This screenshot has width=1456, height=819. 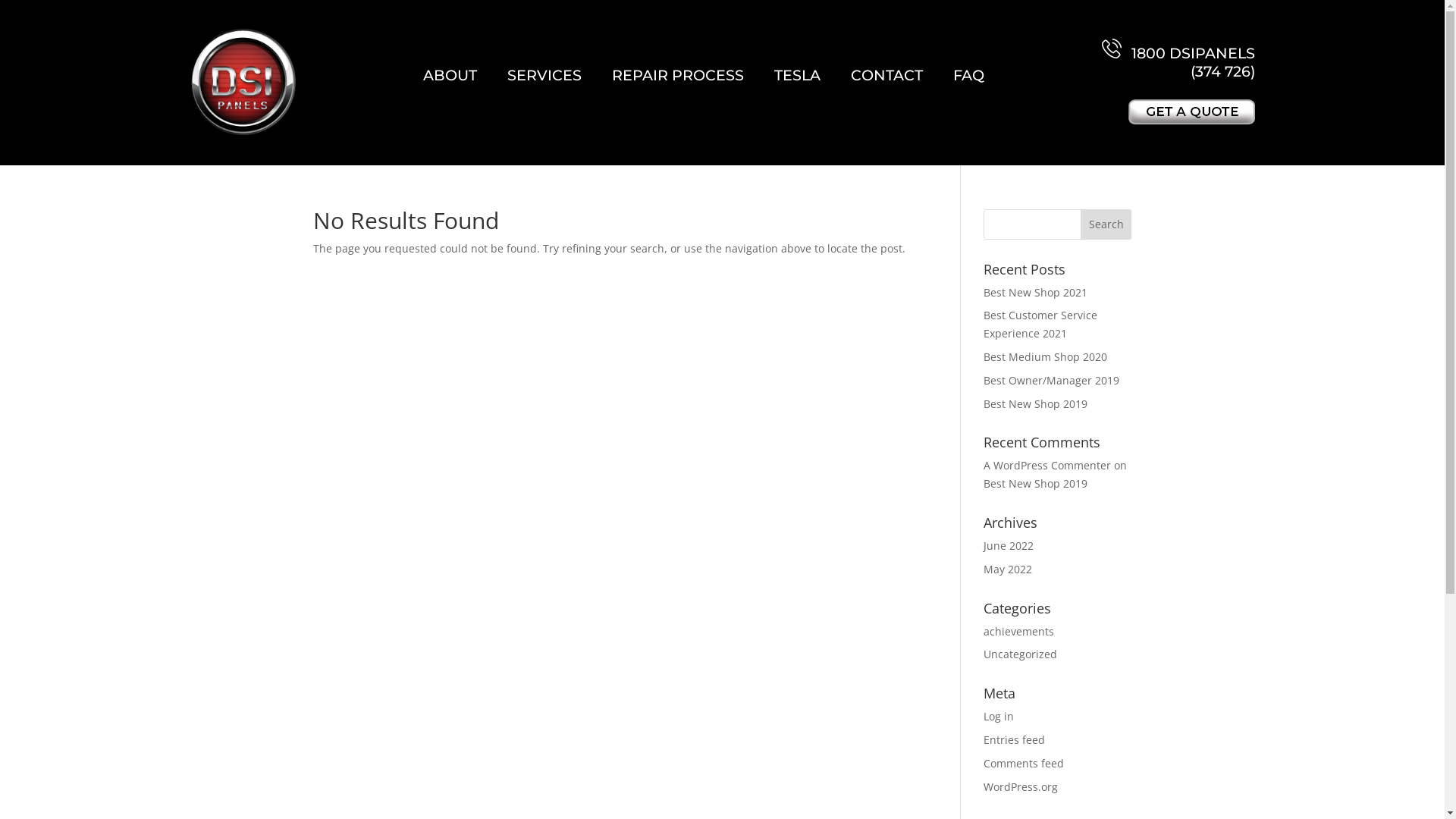 I want to click on 'Best Medium Shop 2020', so click(x=983, y=356).